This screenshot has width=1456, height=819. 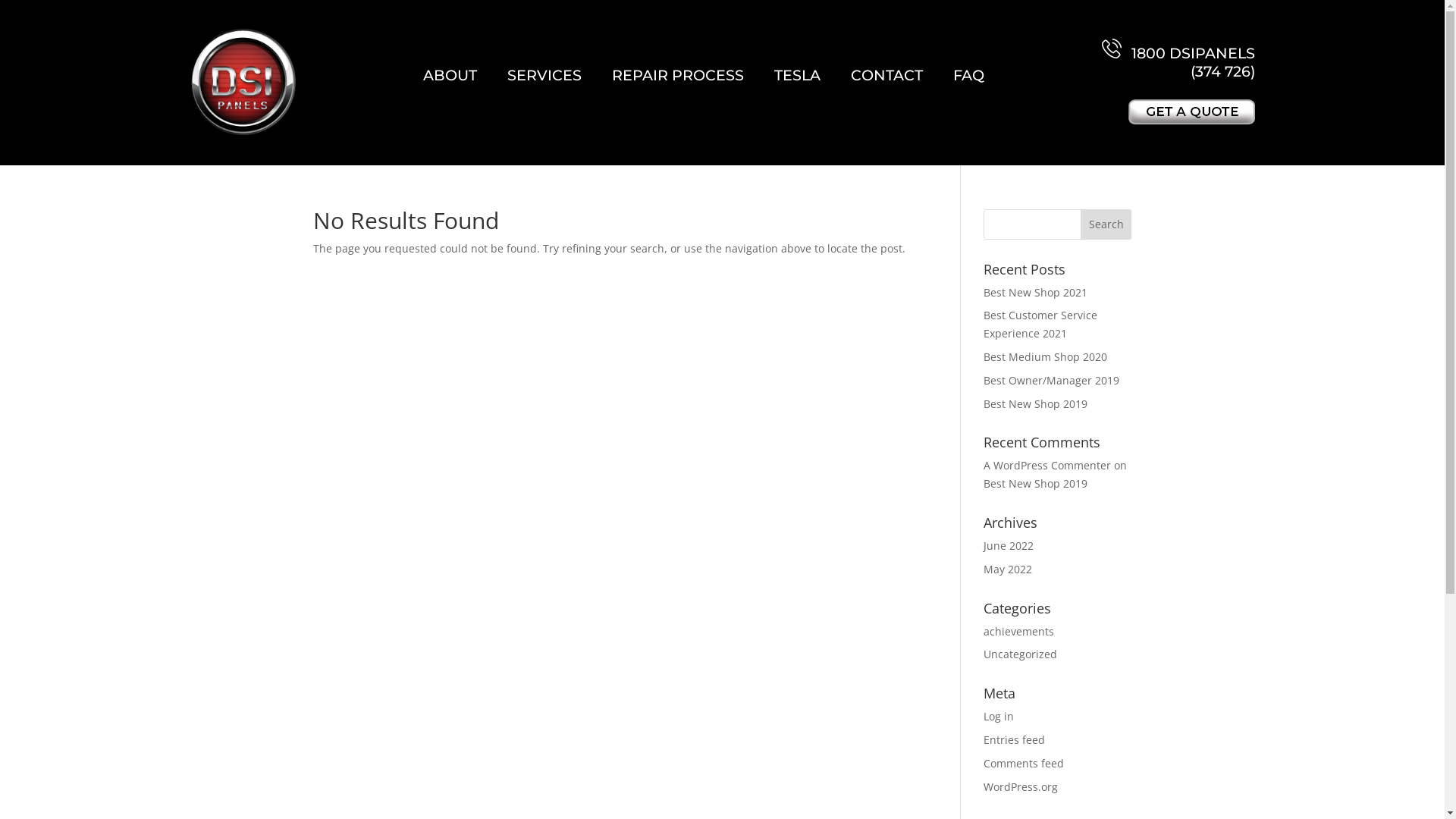 I want to click on 'Best Medium Shop 2020', so click(x=983, y=356).